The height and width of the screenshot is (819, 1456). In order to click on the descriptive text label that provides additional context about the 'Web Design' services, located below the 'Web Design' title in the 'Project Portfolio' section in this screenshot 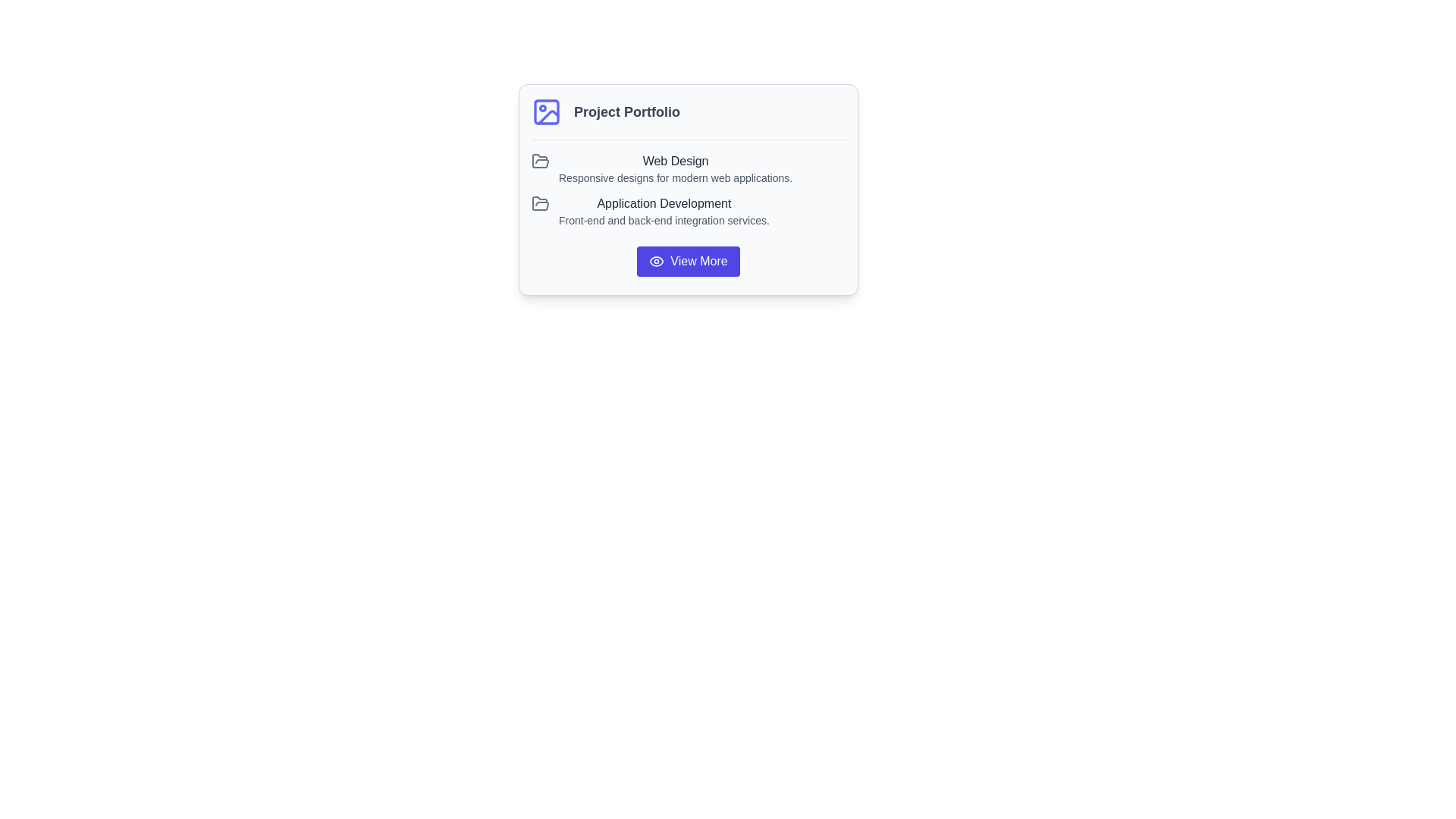, I will do `click(675, 177)`.